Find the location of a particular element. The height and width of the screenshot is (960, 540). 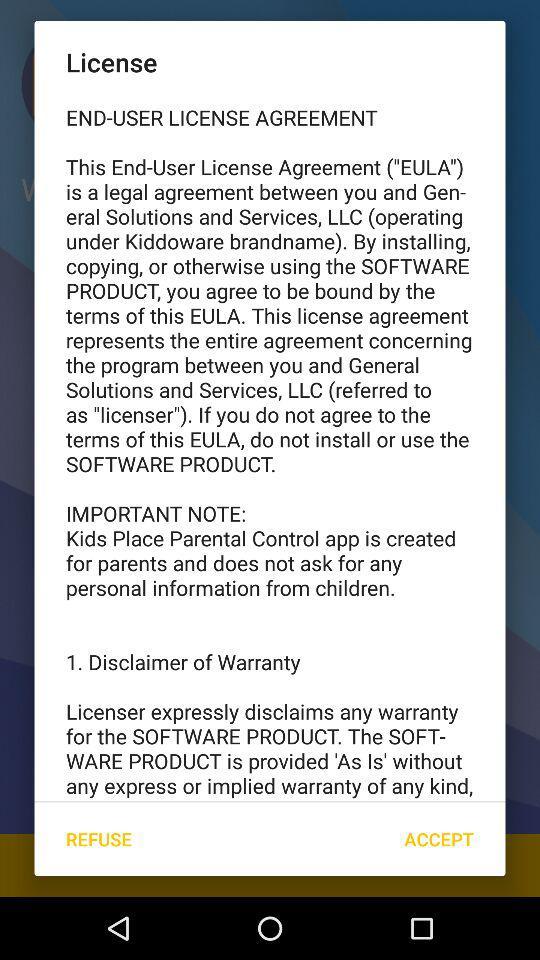

item at the bottom right corner is located at coordinates (438, 839).